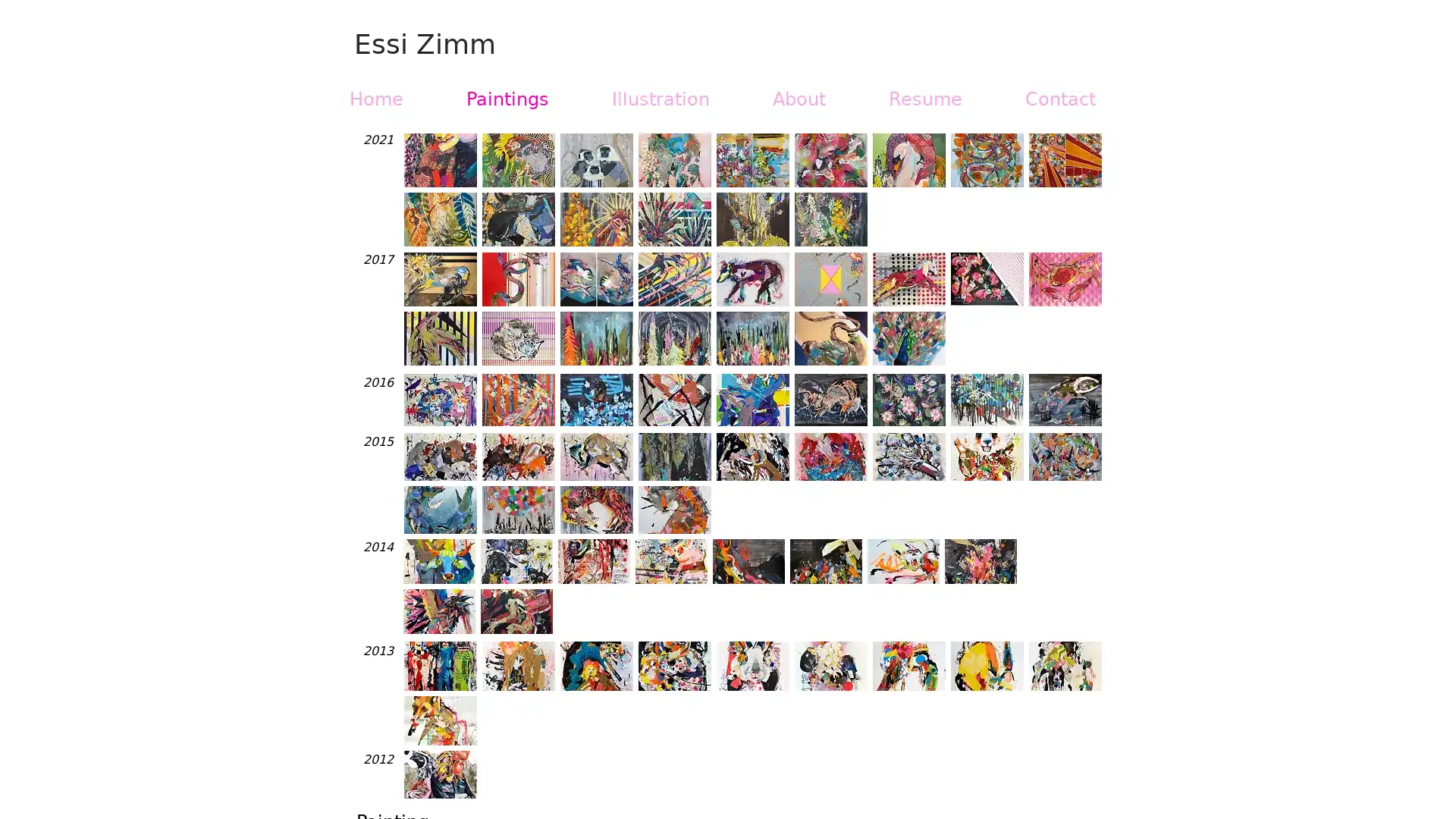  I want to click on next, so click(1068, 413).